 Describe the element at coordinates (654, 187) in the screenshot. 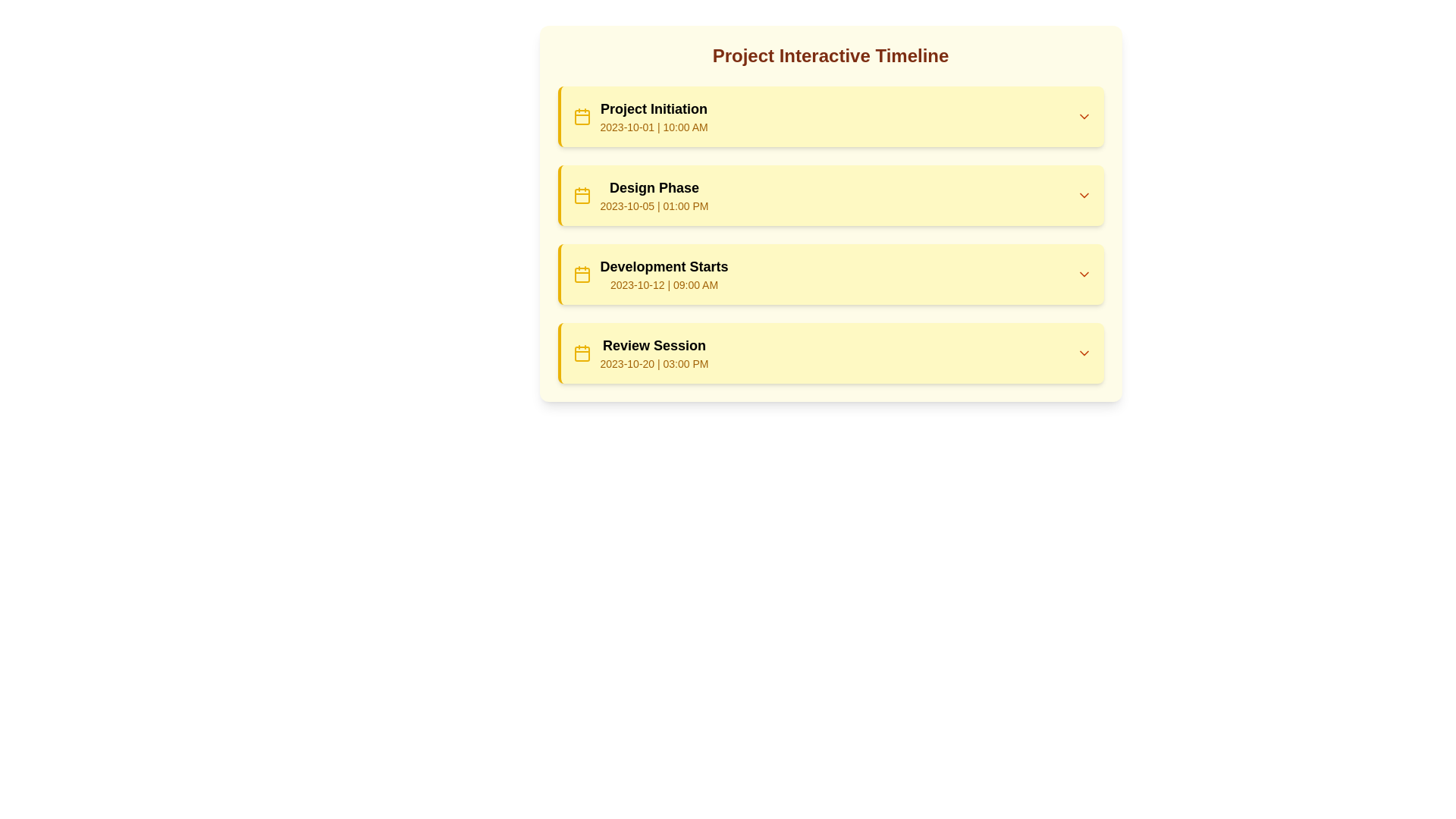

I see `text from the 'Design Phase' label, which is displayed in bold sans-serif font on a light yellow background, located under the header 'Project Interactive Timeline'` at that location.